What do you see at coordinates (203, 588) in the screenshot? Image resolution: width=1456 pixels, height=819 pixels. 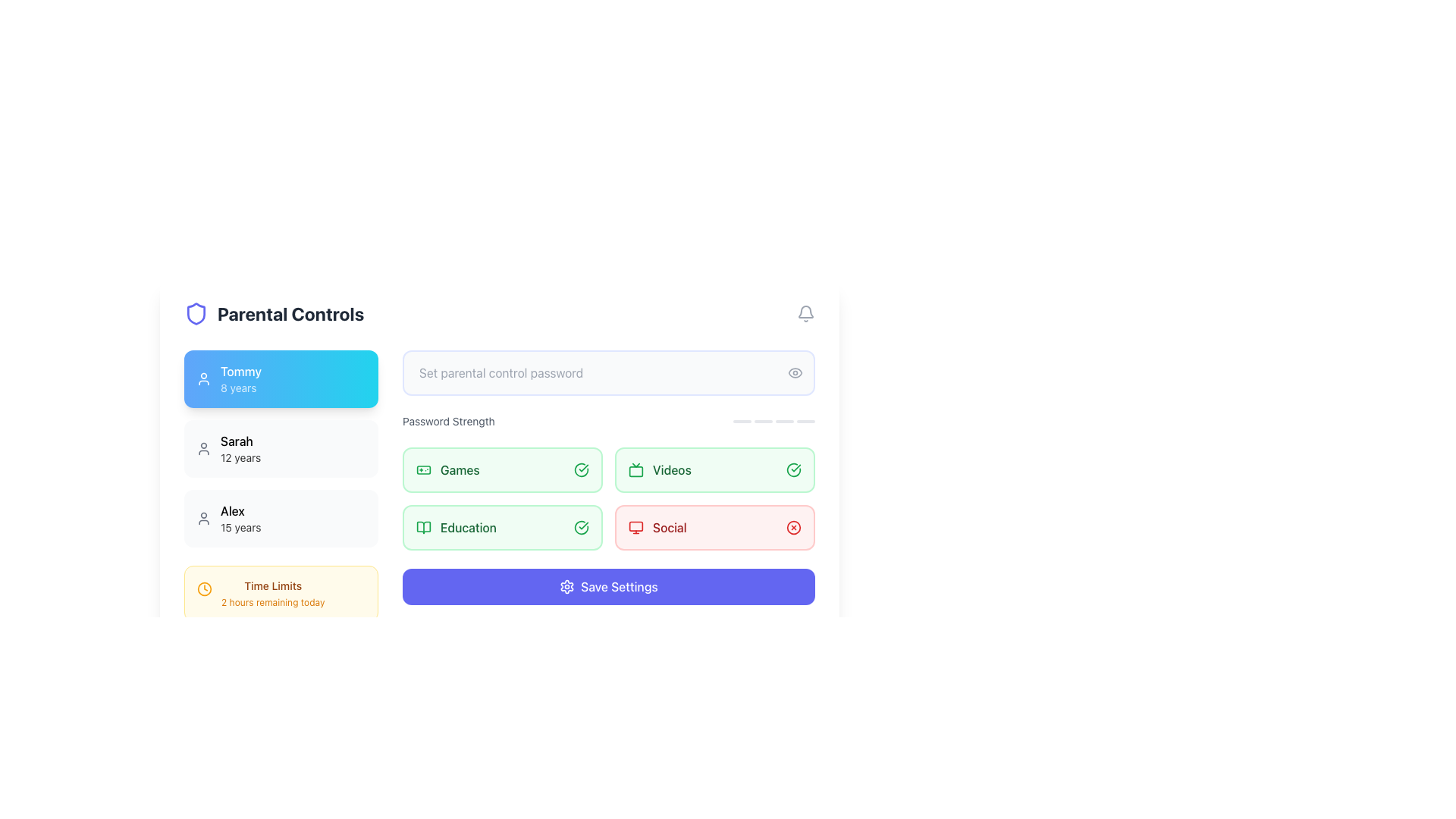 I see `the decorative time icon located in the left sidebar, next to the 'Time Limits 2 hours remaining today' yellow card` at bounding box center [203, 588].